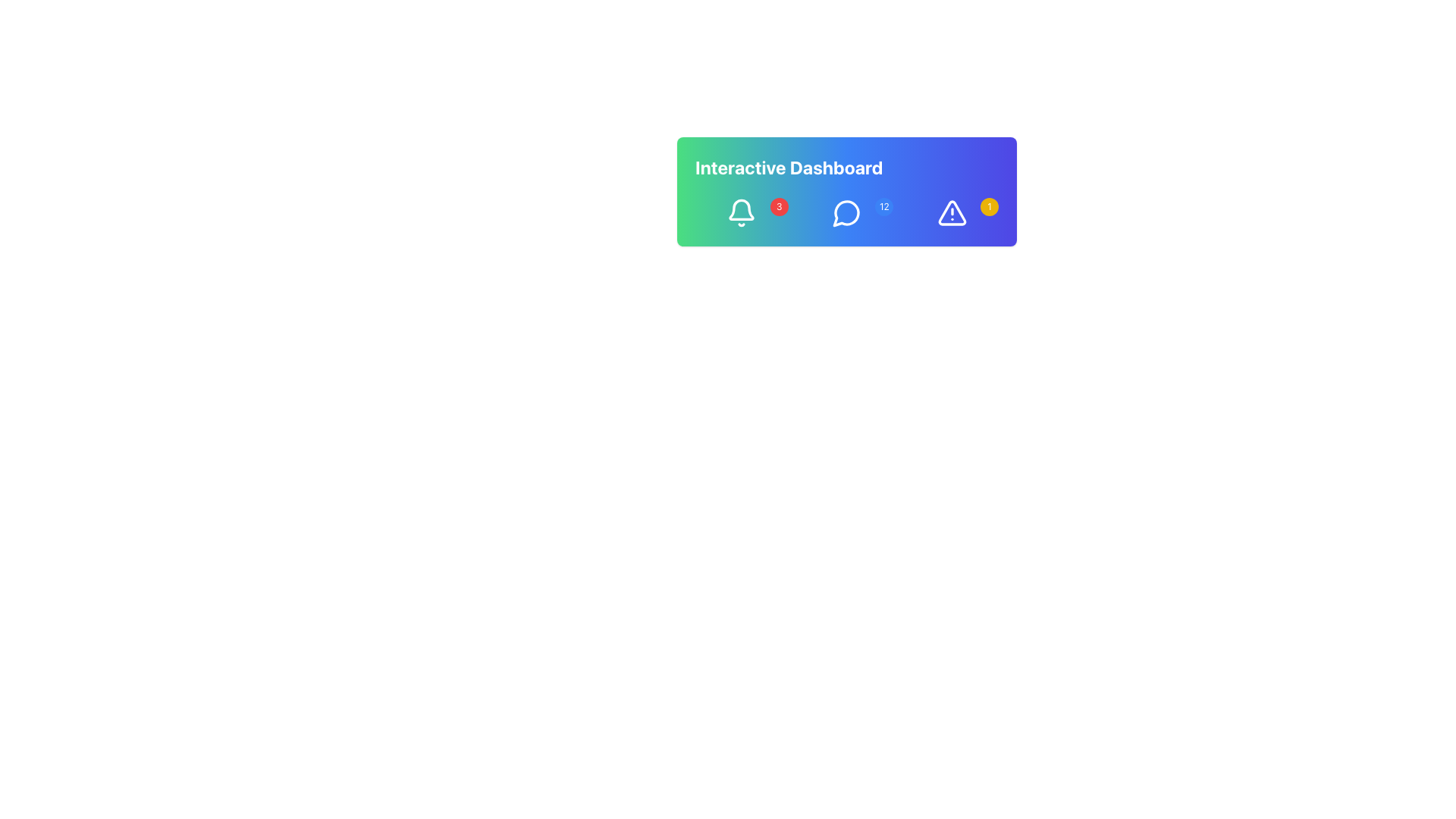 This screenshot has height=819, width=1456. What do you see at coordinates (742, 213) in the screenshot?
I see `the notification indicator icon located in the upper section of the interface` at bounding box center [742, 213].